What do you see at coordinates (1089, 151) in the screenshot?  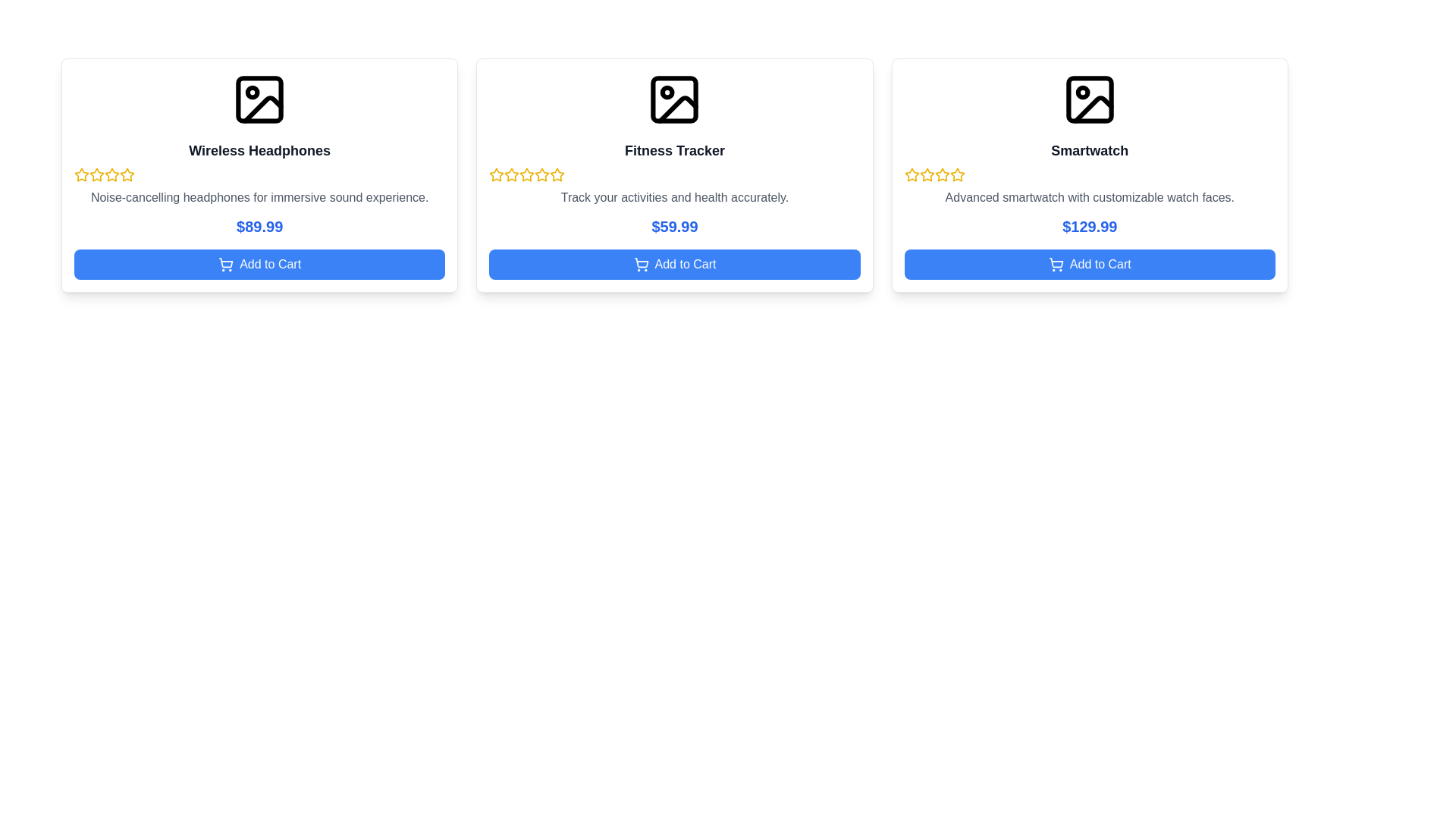 I see `the 'Smartwatch' title text label located in the top section of the rightmost product card in the ecommerce display` at bounding box center [1089, 151].